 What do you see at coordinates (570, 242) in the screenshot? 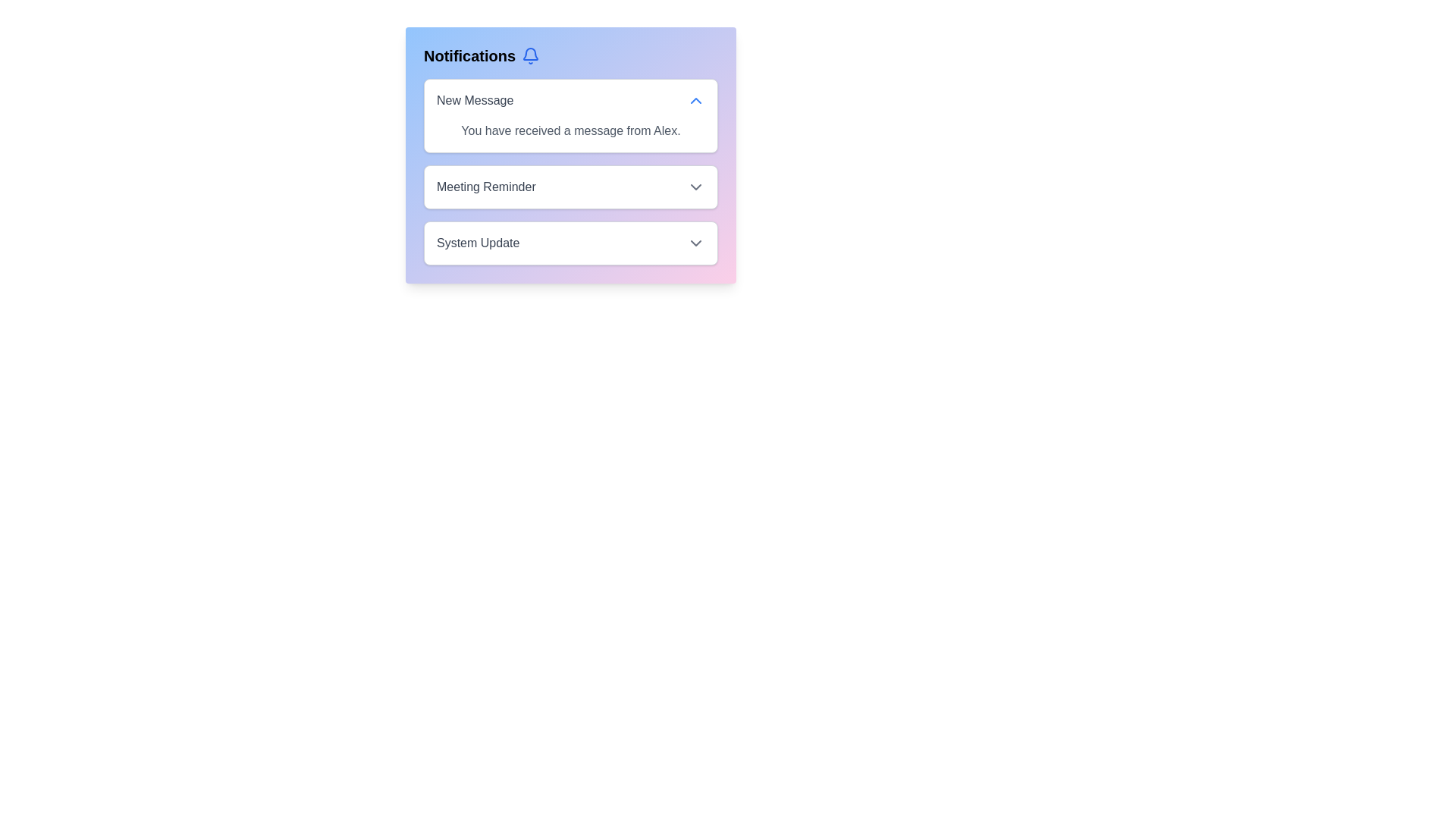
I see `the 'System Update' dropdown menu located in the notifications panel` at bounding box center [570, 242].